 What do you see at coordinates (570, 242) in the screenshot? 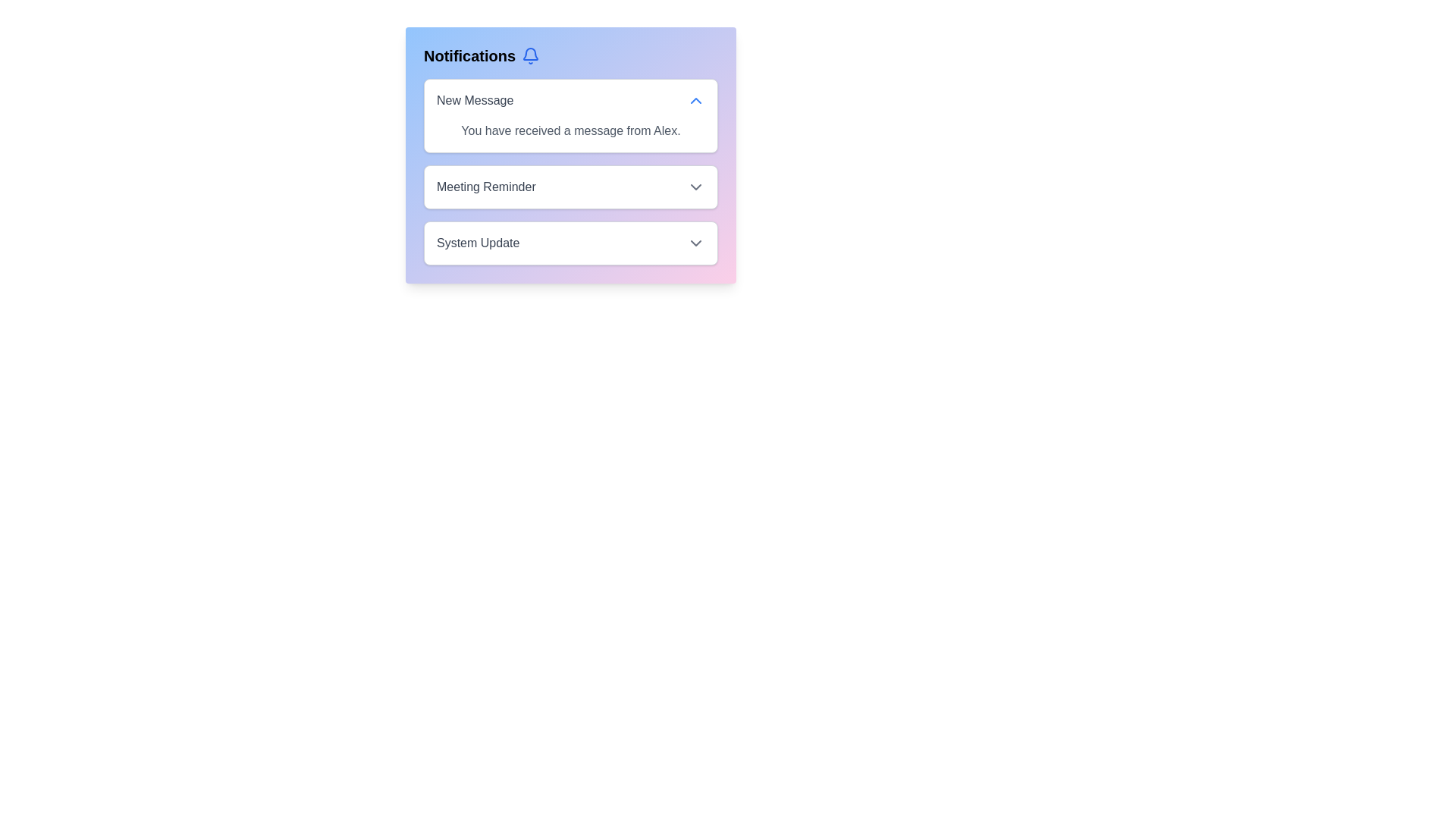
I see `the 'System Update' dropdown menu located in the notifications panel` at bounding box center [570, 242].